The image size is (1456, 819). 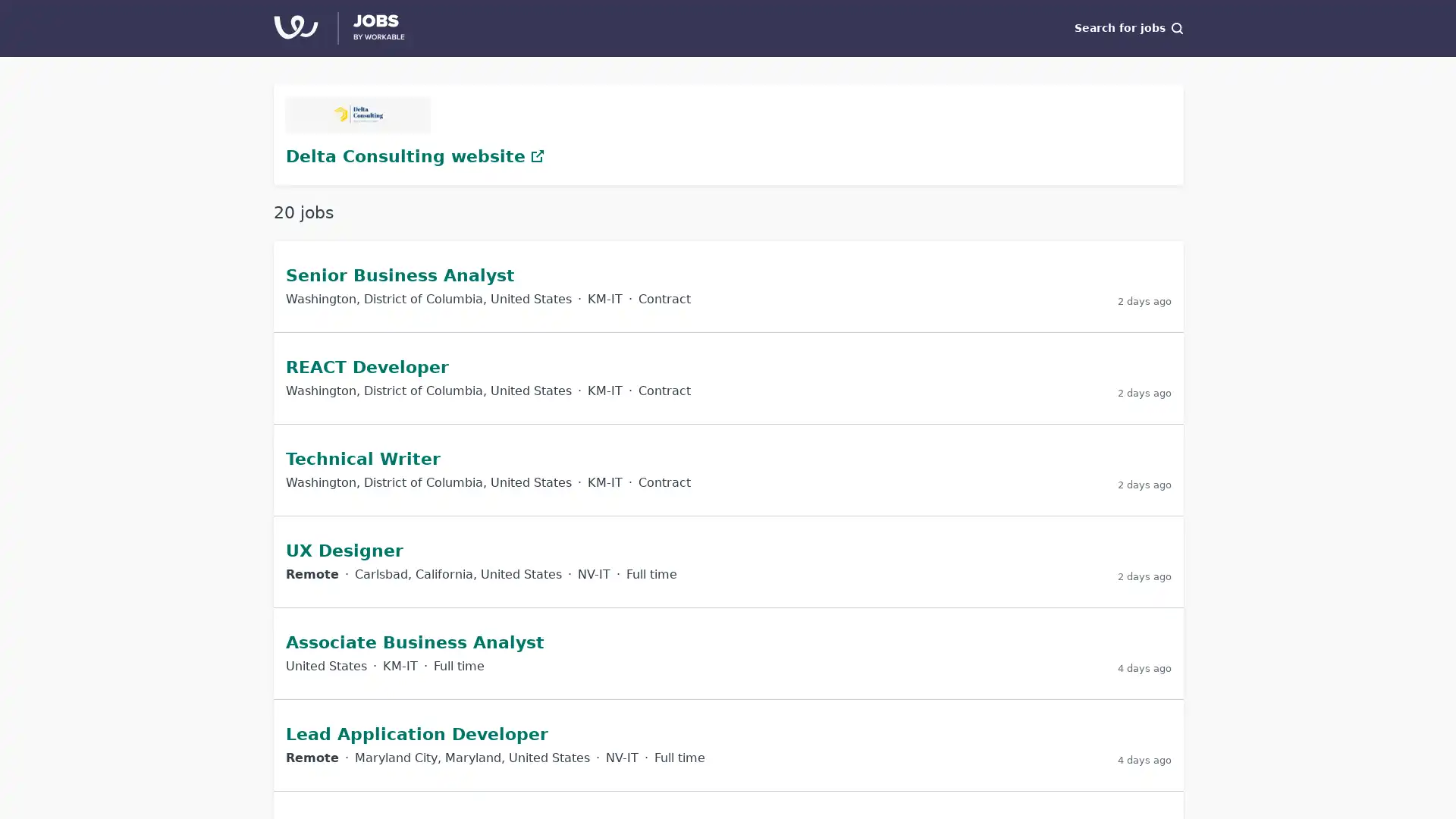 I want to click on Senior Business Analyst at Delta Consulting, so click(x=728, y=286).